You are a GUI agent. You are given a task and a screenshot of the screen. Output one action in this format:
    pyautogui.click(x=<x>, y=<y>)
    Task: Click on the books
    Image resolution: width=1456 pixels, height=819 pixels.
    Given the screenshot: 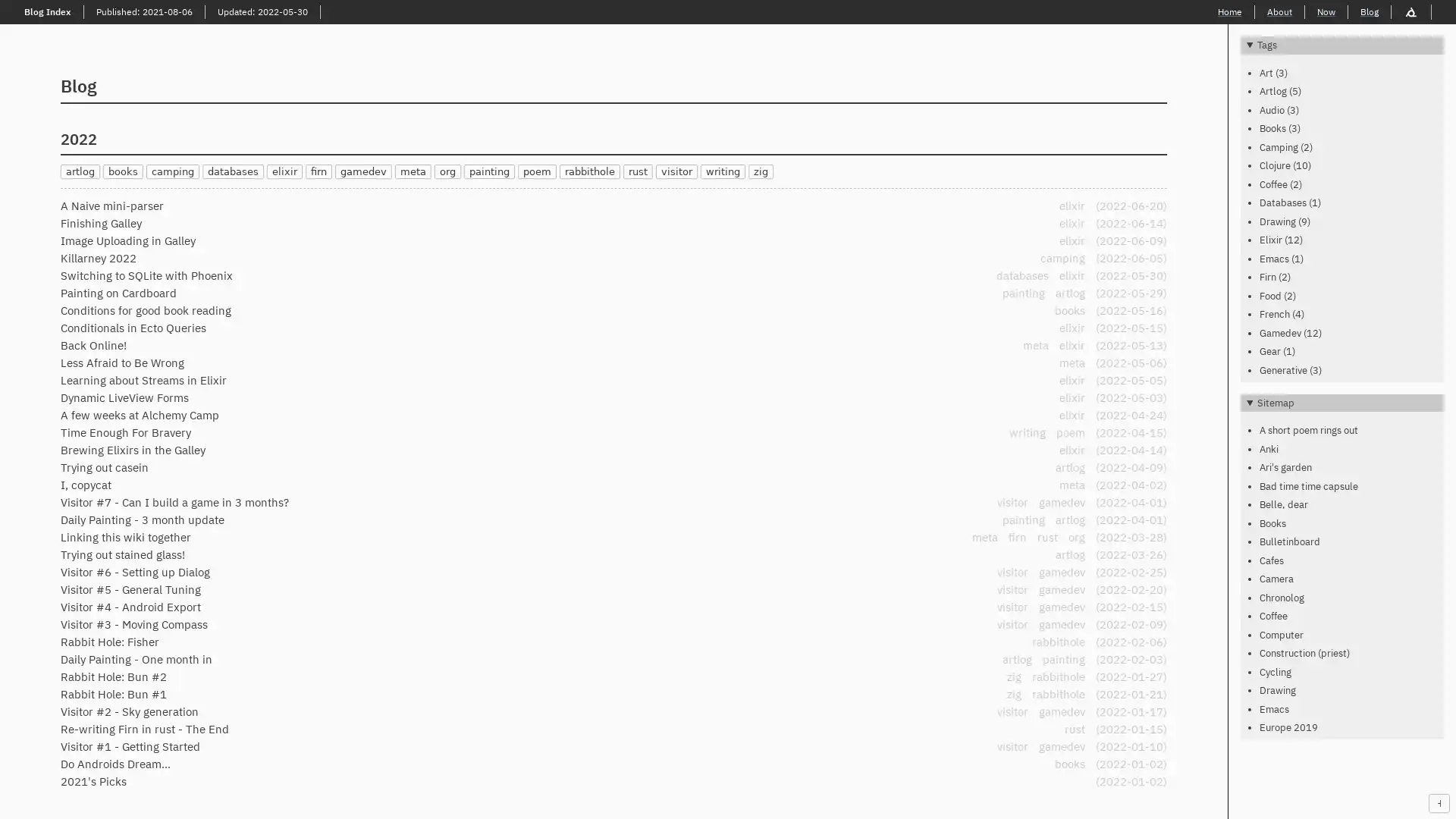 What is the action you would take?
    pyautogui.click(x=123, y=171)
    